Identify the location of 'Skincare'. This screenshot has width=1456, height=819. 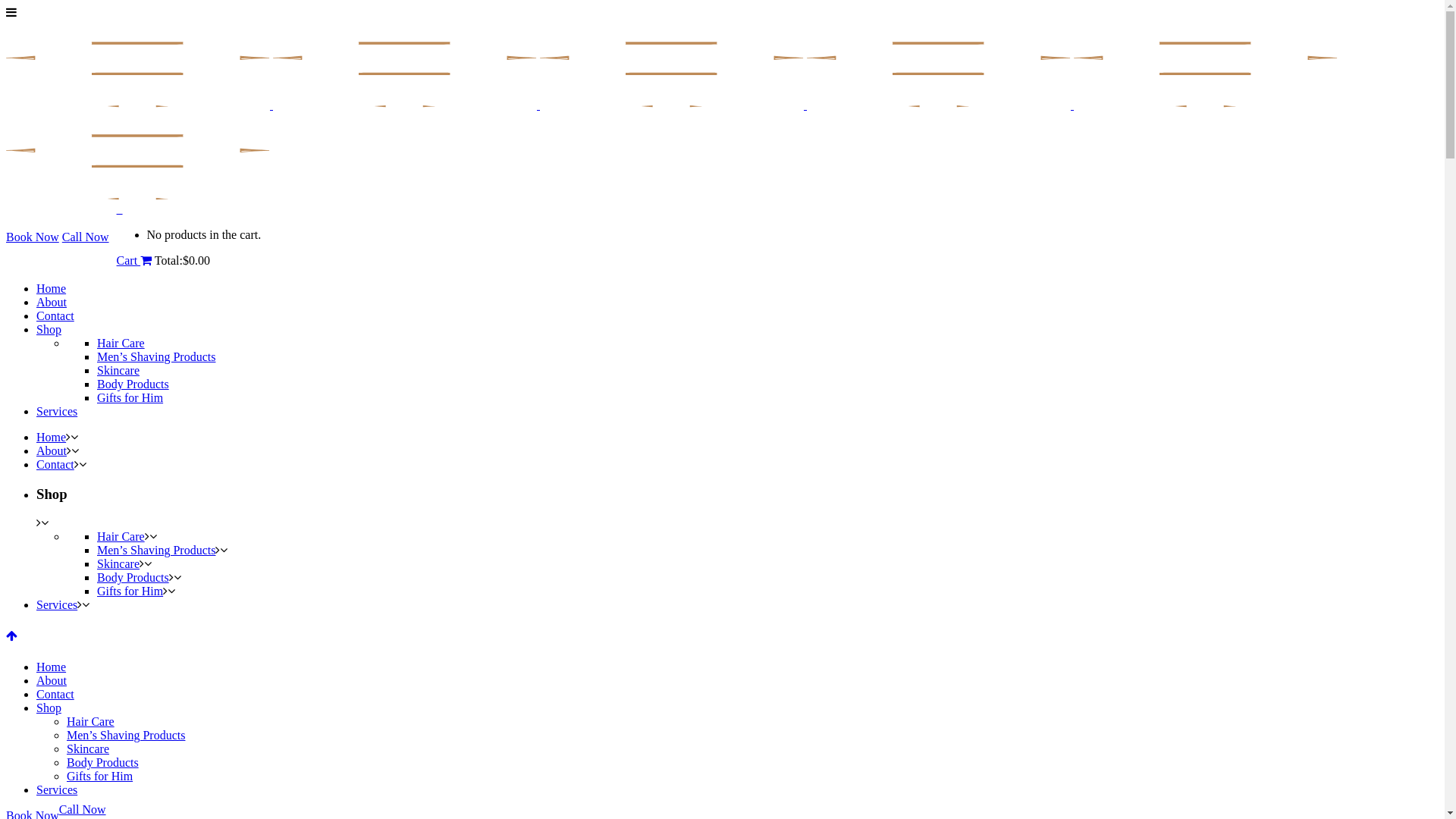
(118, 563).